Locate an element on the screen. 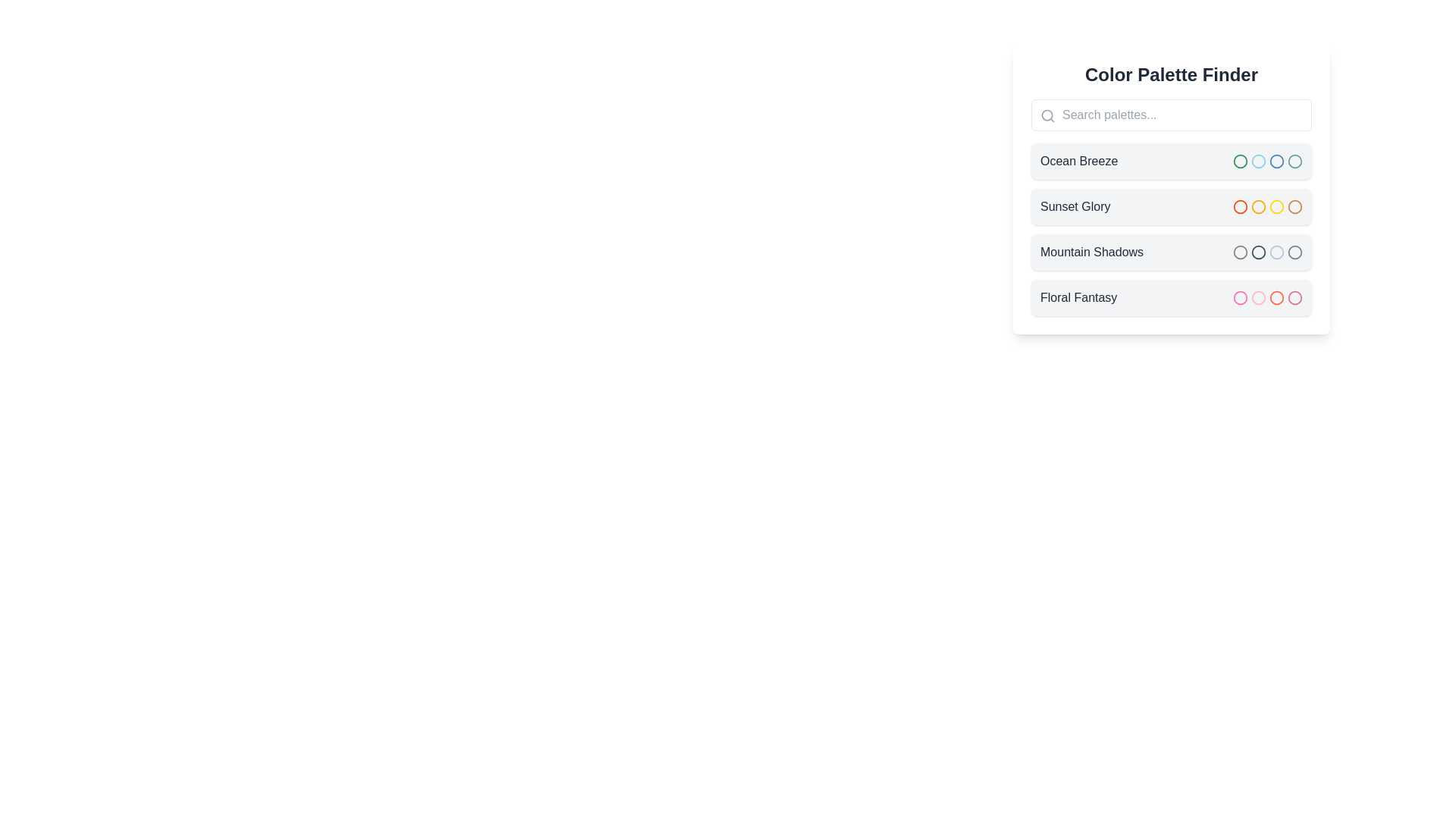  the Color indicator icon, which is the small circular icon with a teal border located to the right of the 'Ocean Breeze' text label, as the fourth icon in the sequence is located at coordinates (1294, 161).